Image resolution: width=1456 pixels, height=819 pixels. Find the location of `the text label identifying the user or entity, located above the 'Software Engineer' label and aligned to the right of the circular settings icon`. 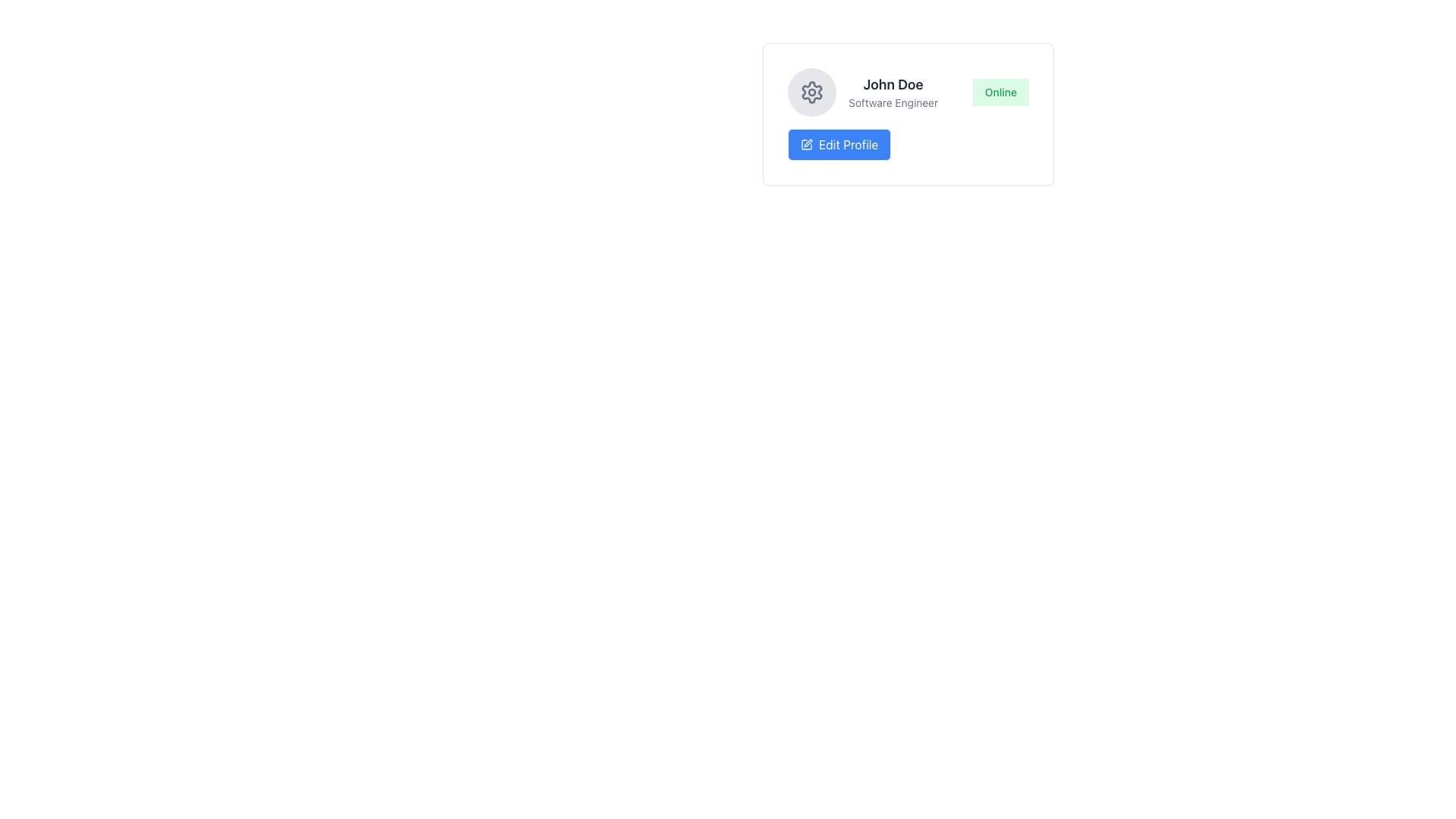

the text label identifying the user or entity, located above the 'Software Engineer' label and aligned to the right of the circular settings icon is located at coordinates (893, 84).